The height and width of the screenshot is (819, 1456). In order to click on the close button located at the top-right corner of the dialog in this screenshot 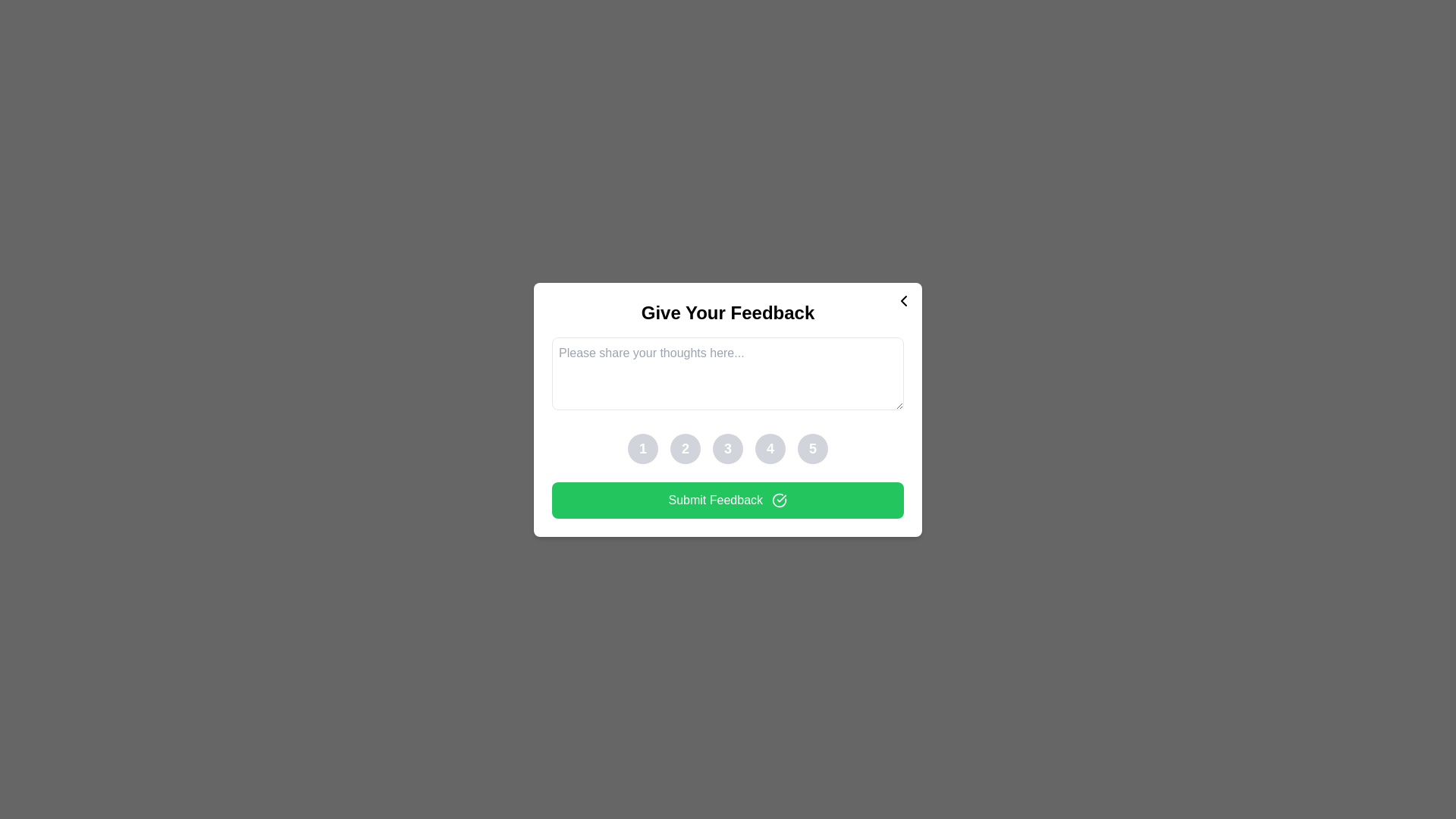, I will do `click(903, 300)`.